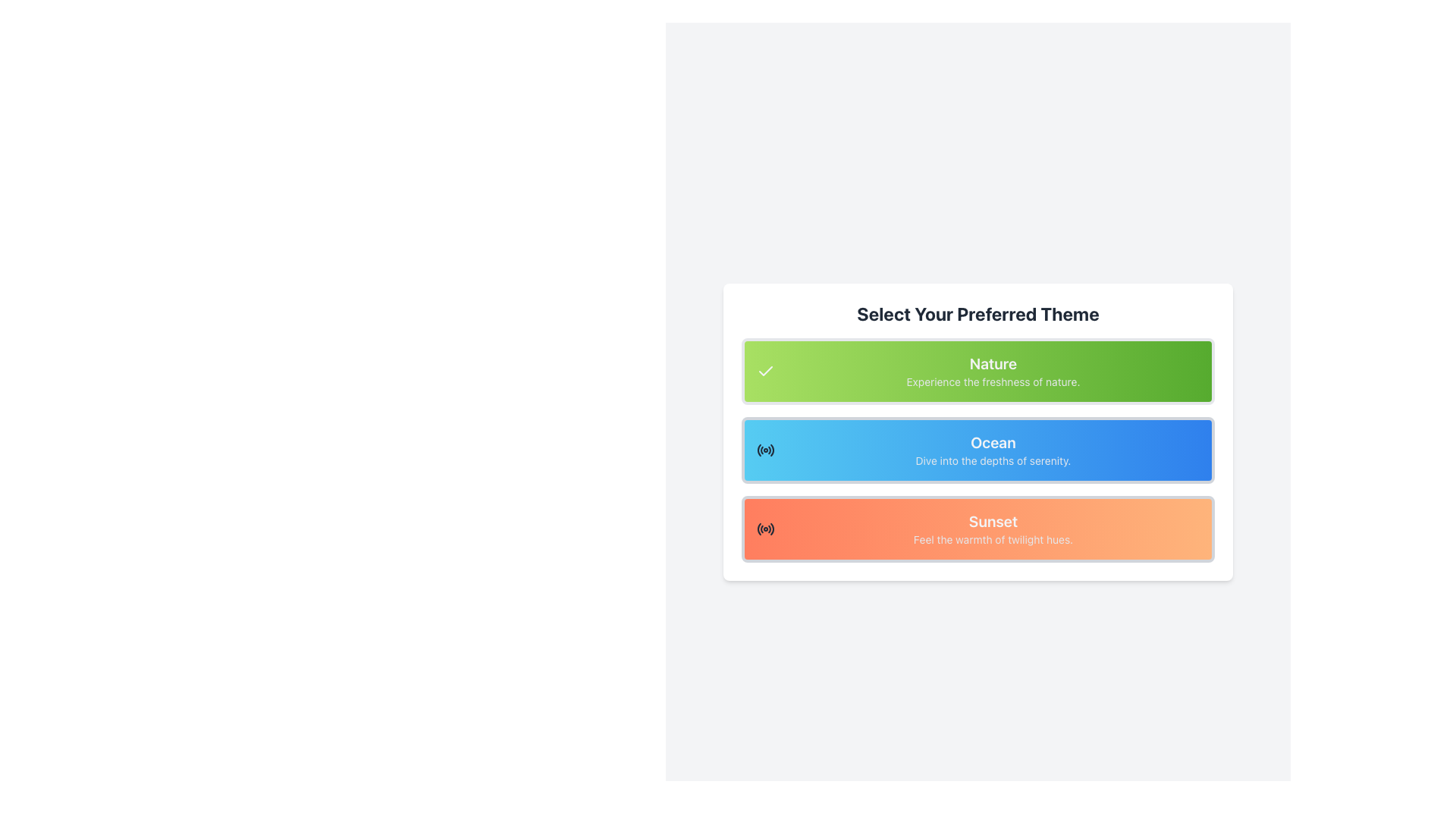 The height and width of the screenshot is (819, 1456). What do you see at coordinates (765, 529) in the screenshot?
I see `the circular icon with concentric waves located on the far left of the 'Sunset' card, which is the third card in the vertical list of themed selections` at bounding box center [765, 529].